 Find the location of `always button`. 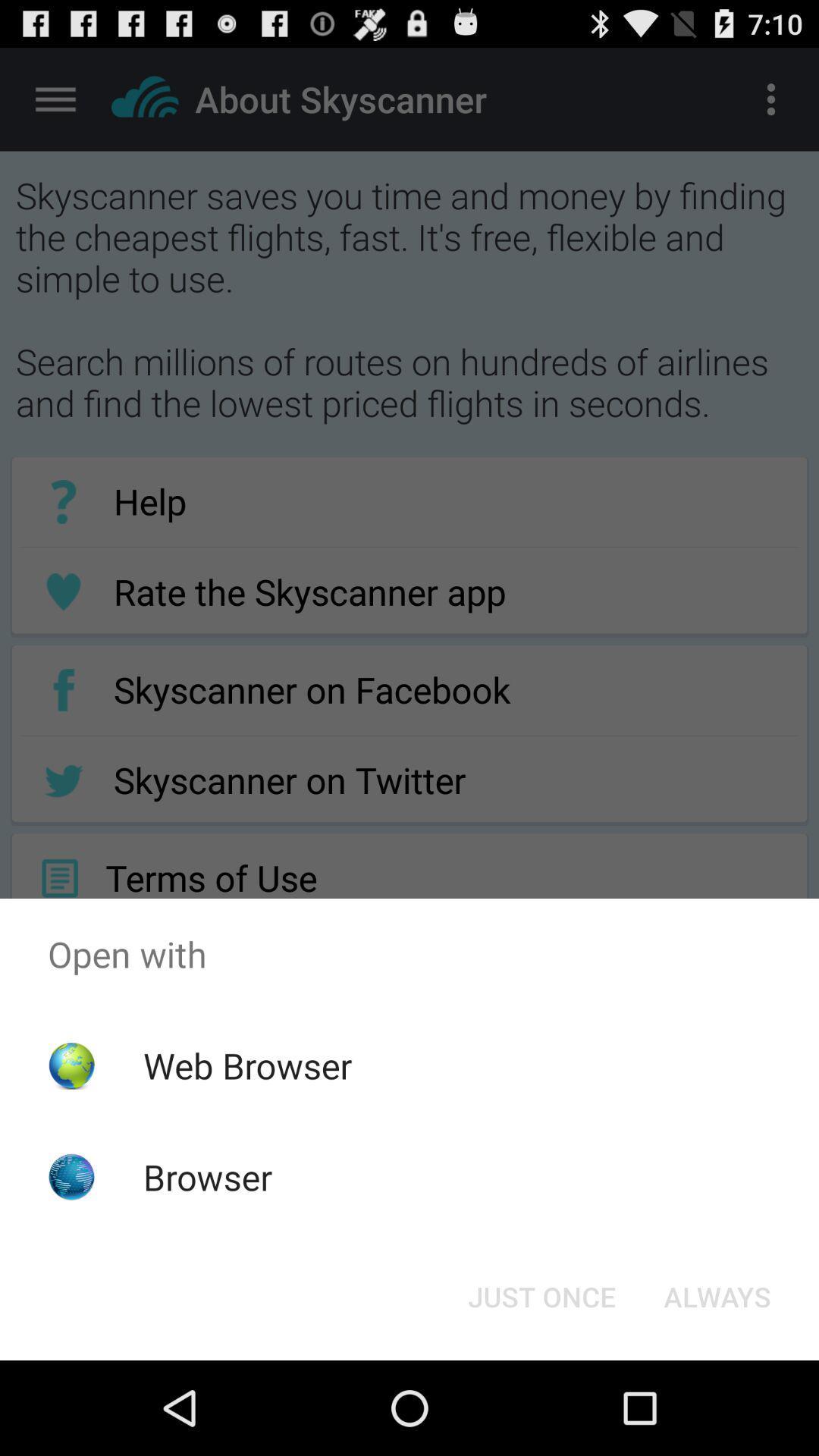

always button is located at coordinates (717, 1295).